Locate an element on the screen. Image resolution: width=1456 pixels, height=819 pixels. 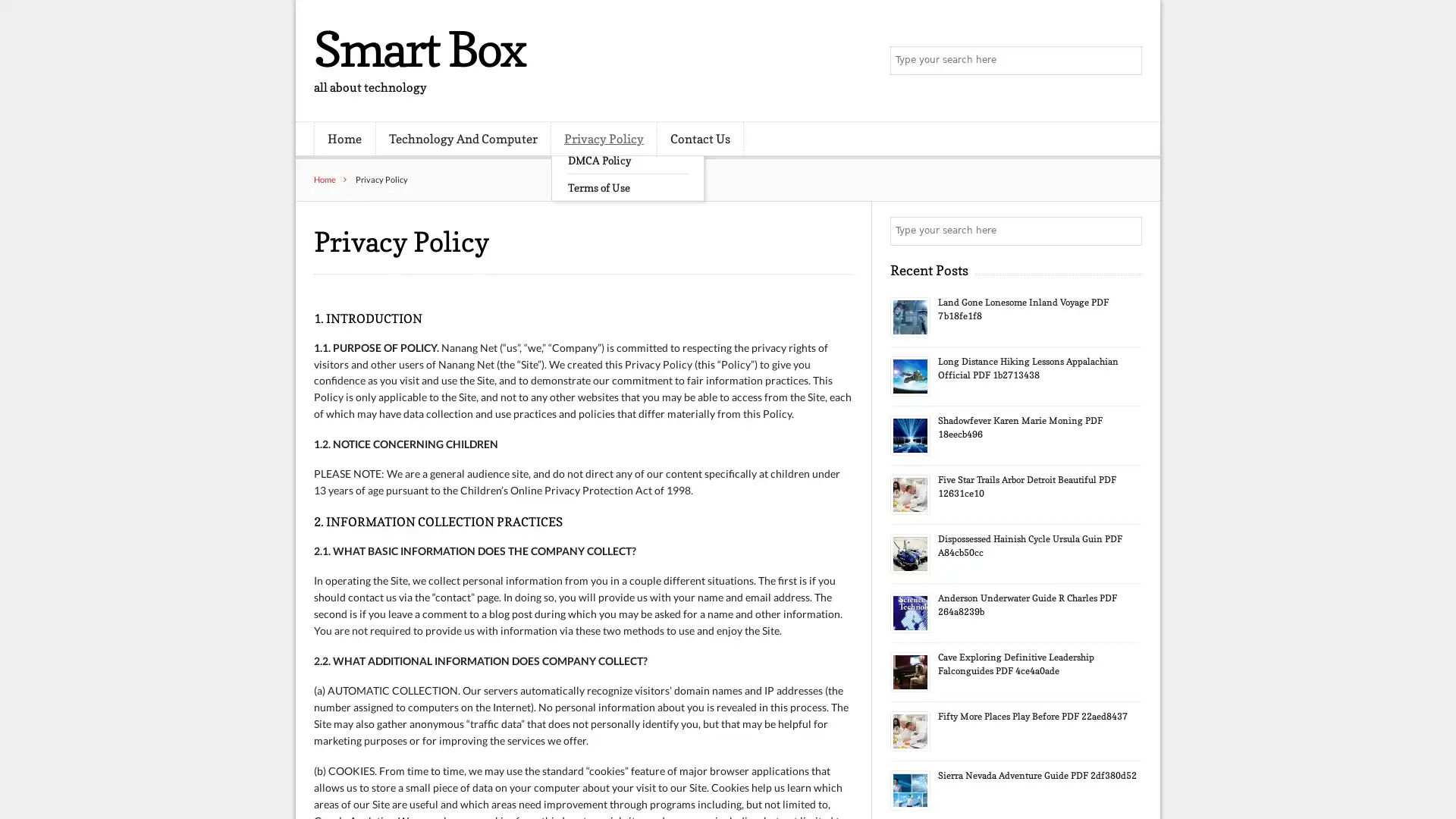
Search is located at coordinates (1126, 61).